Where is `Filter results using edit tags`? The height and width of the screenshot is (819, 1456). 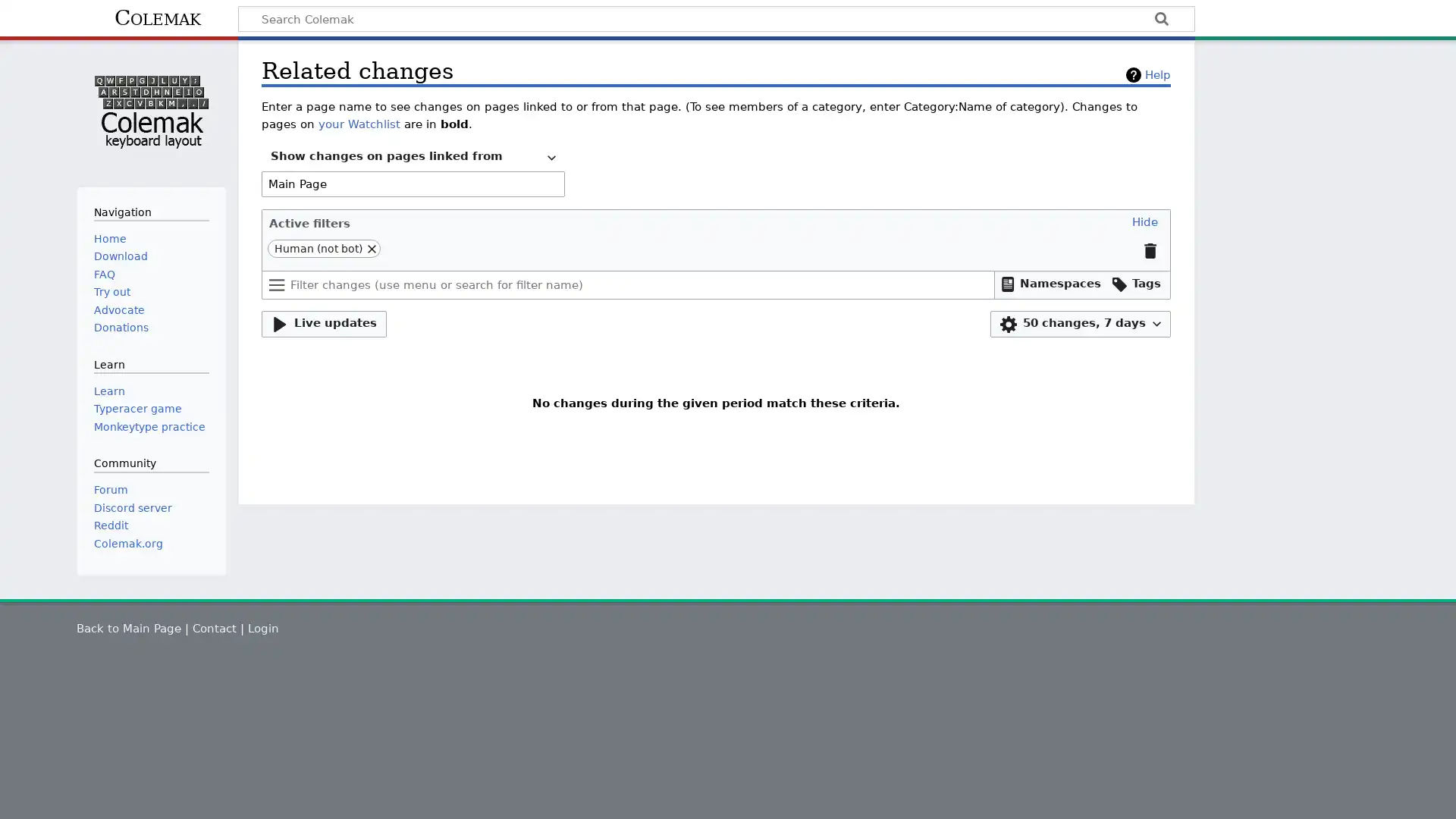
Filter results using edit tags is located at coordinates (1135, 284).